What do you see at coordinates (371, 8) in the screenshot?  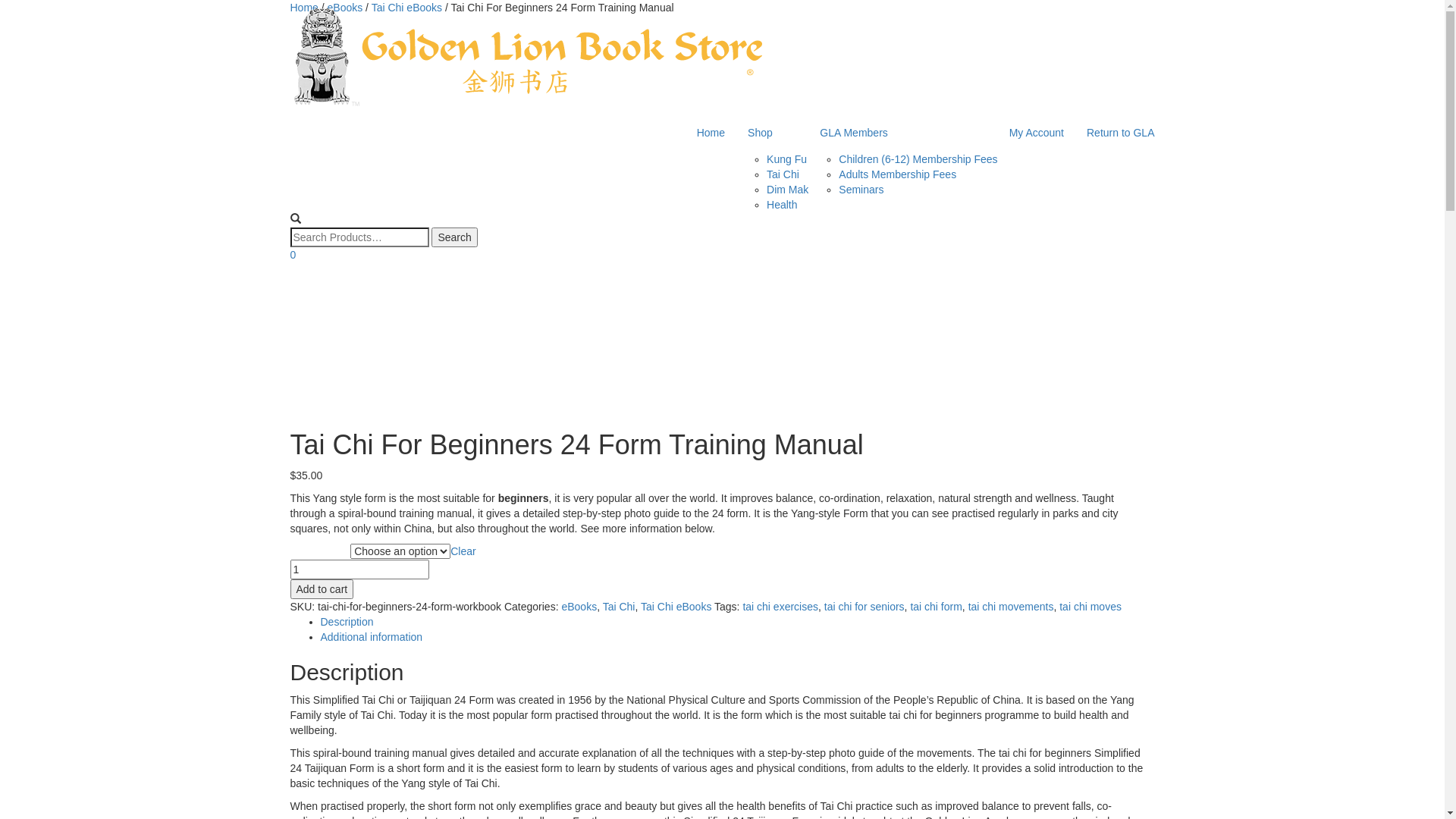 I see `'Tai Chi eBooks'` at bounding box center [371, 8].